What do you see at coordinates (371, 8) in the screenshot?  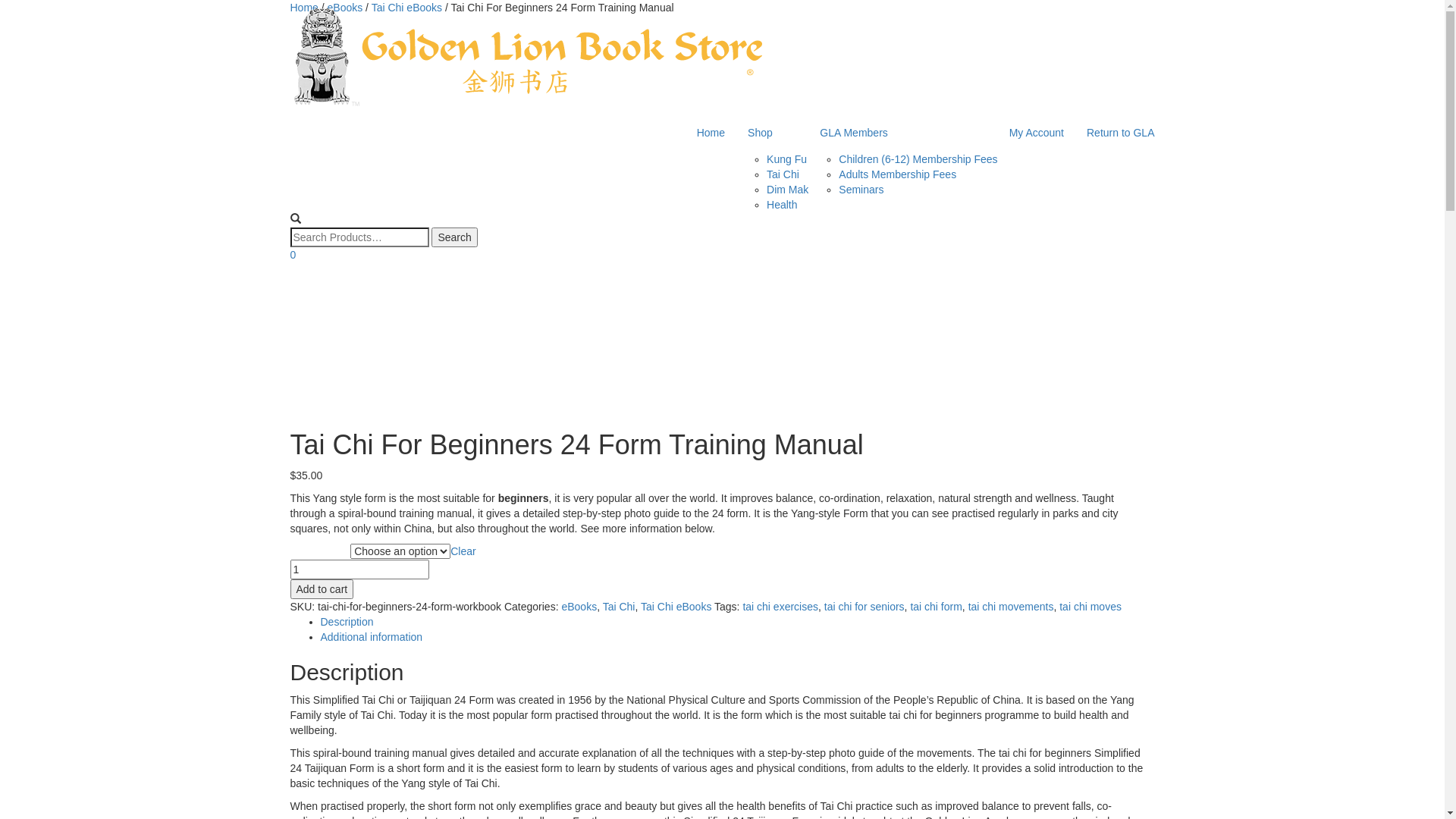 I see `'Tai Chi eBooks'` at bounding box center [371, 8].